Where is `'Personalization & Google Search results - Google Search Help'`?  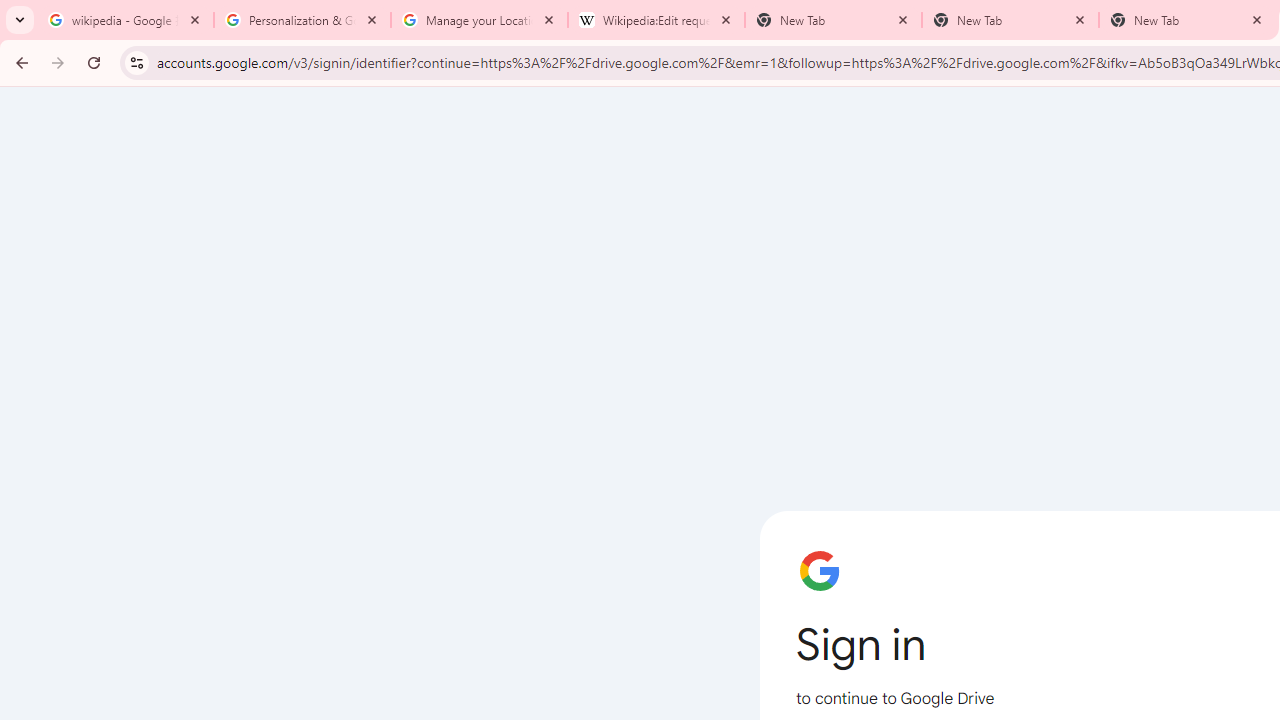
'Personalization & Google Search results - Google Search Help' is located at coordinates (301, 20).